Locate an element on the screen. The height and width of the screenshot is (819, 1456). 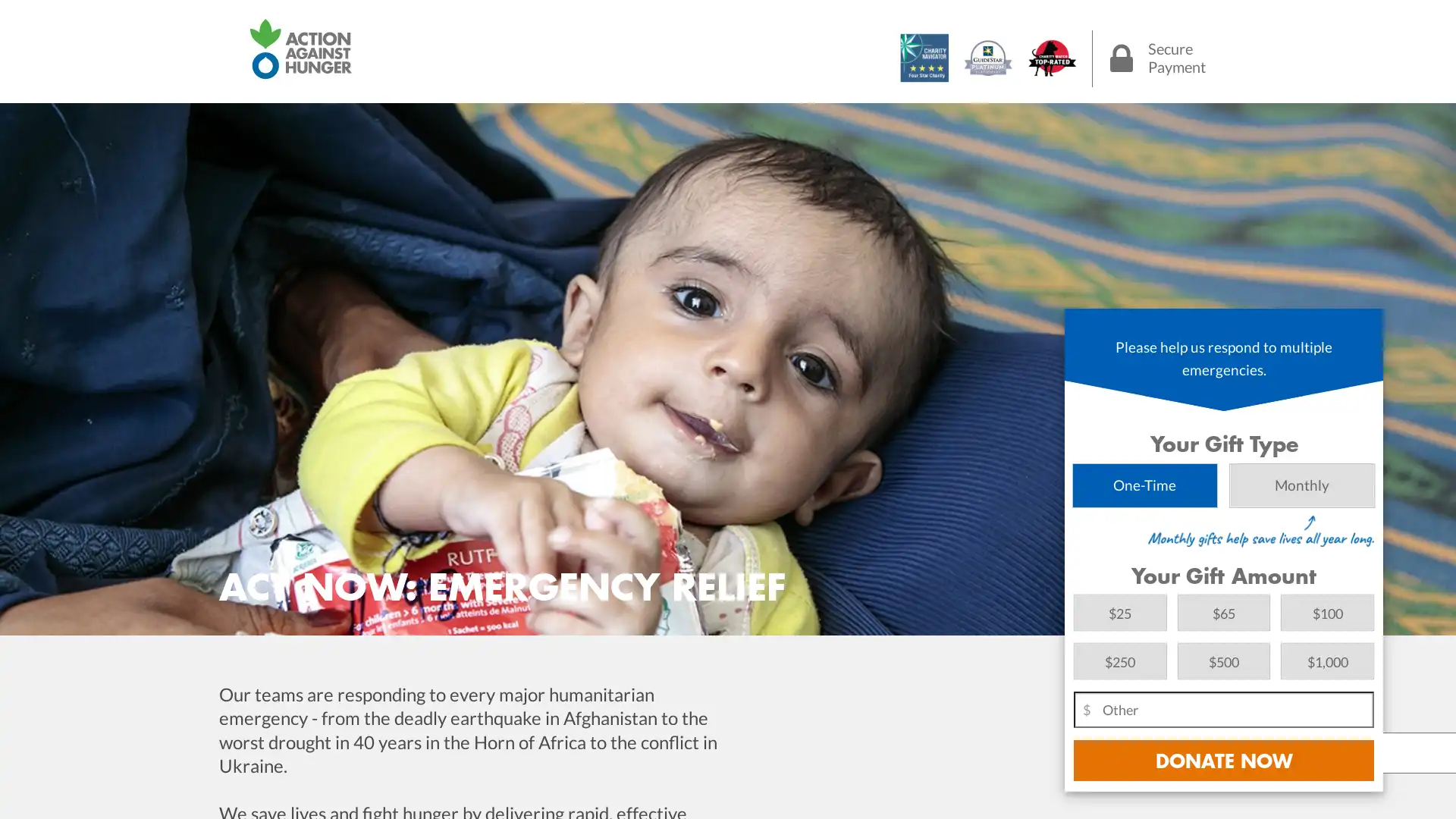
$25 is located at coordinates (1120, 611).